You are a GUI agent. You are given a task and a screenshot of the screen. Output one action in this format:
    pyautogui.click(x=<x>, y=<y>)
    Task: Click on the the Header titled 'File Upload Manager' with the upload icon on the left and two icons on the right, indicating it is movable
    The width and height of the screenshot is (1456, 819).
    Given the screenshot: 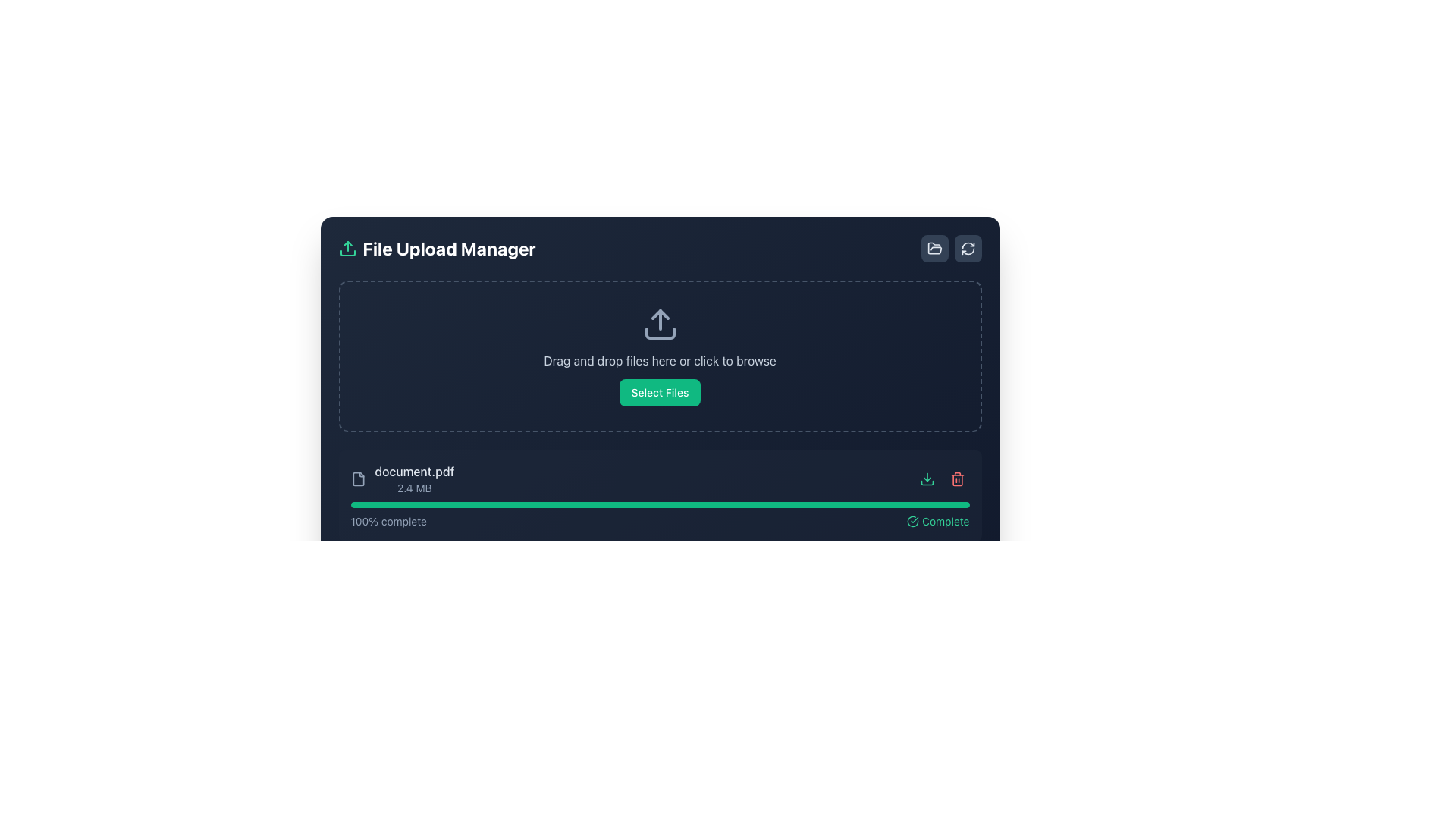 What is the action you would take?
    pyautogui.click(x=660, y=247)
    